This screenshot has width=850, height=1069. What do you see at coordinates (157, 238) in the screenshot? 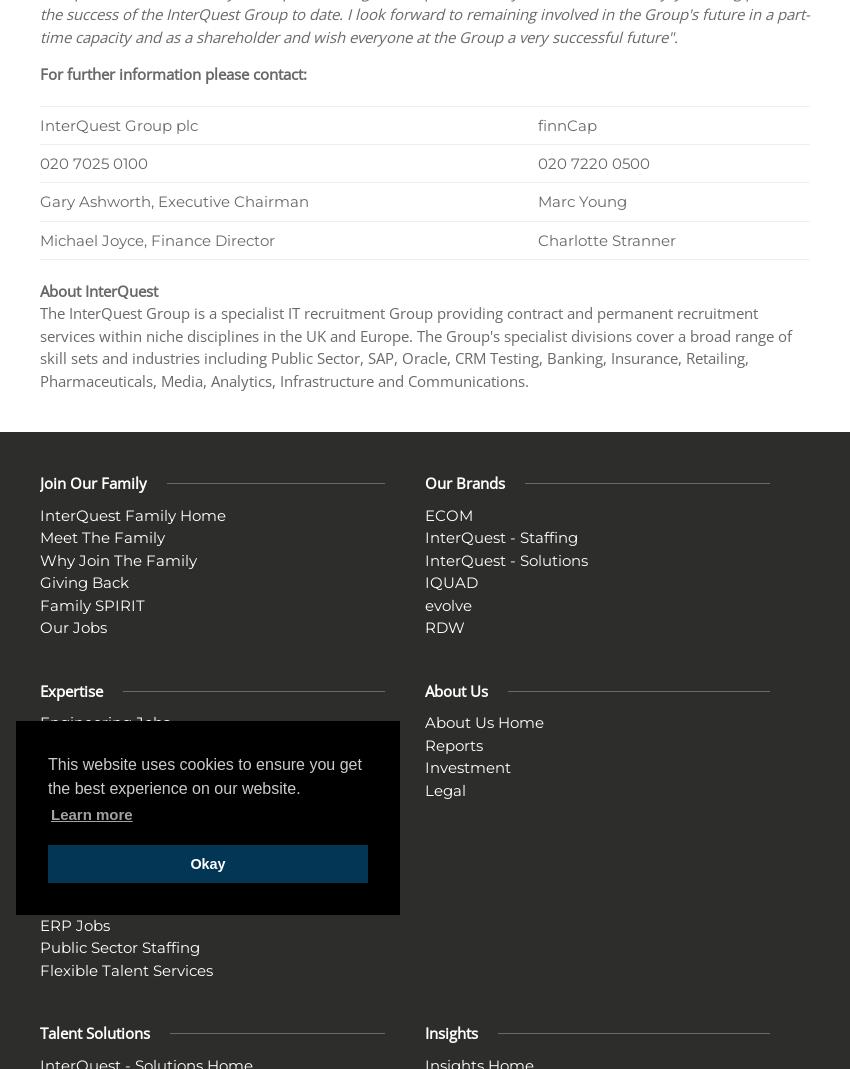
I see `'Michael Joyce, Finance Director'` at bounding box center [157, 238].